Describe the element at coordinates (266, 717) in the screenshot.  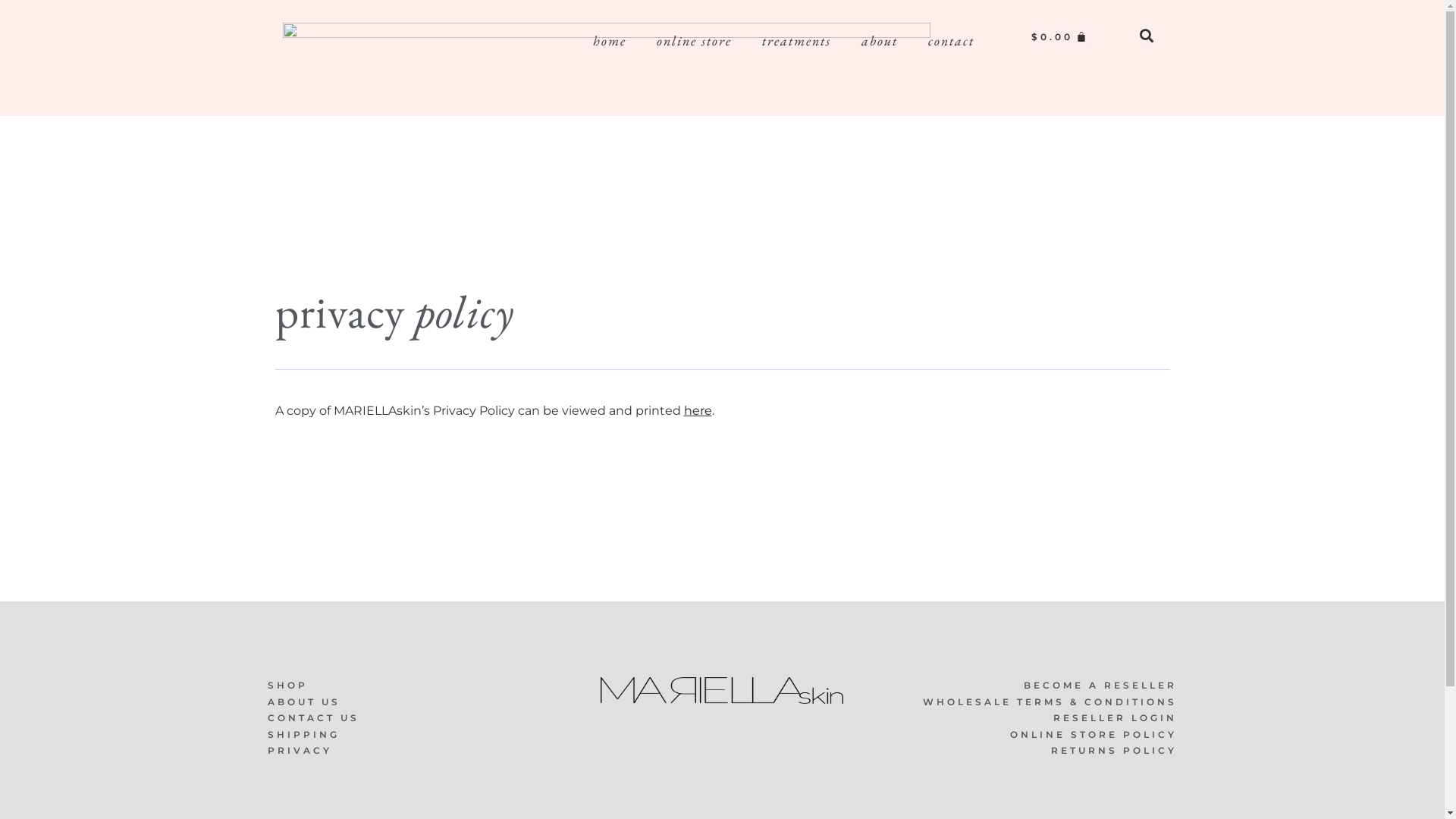
I see `'CONTACT US'` at that location.